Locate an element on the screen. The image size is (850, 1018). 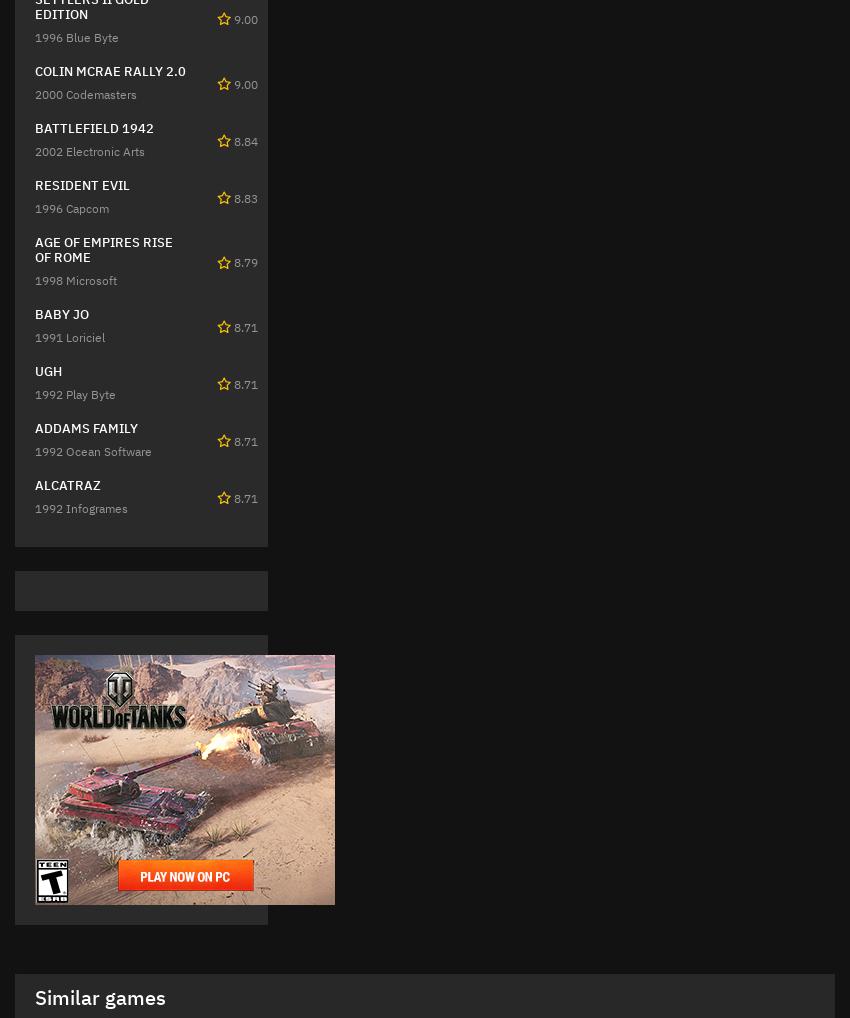
'BABY JO' is located at coordinates (61, 312).